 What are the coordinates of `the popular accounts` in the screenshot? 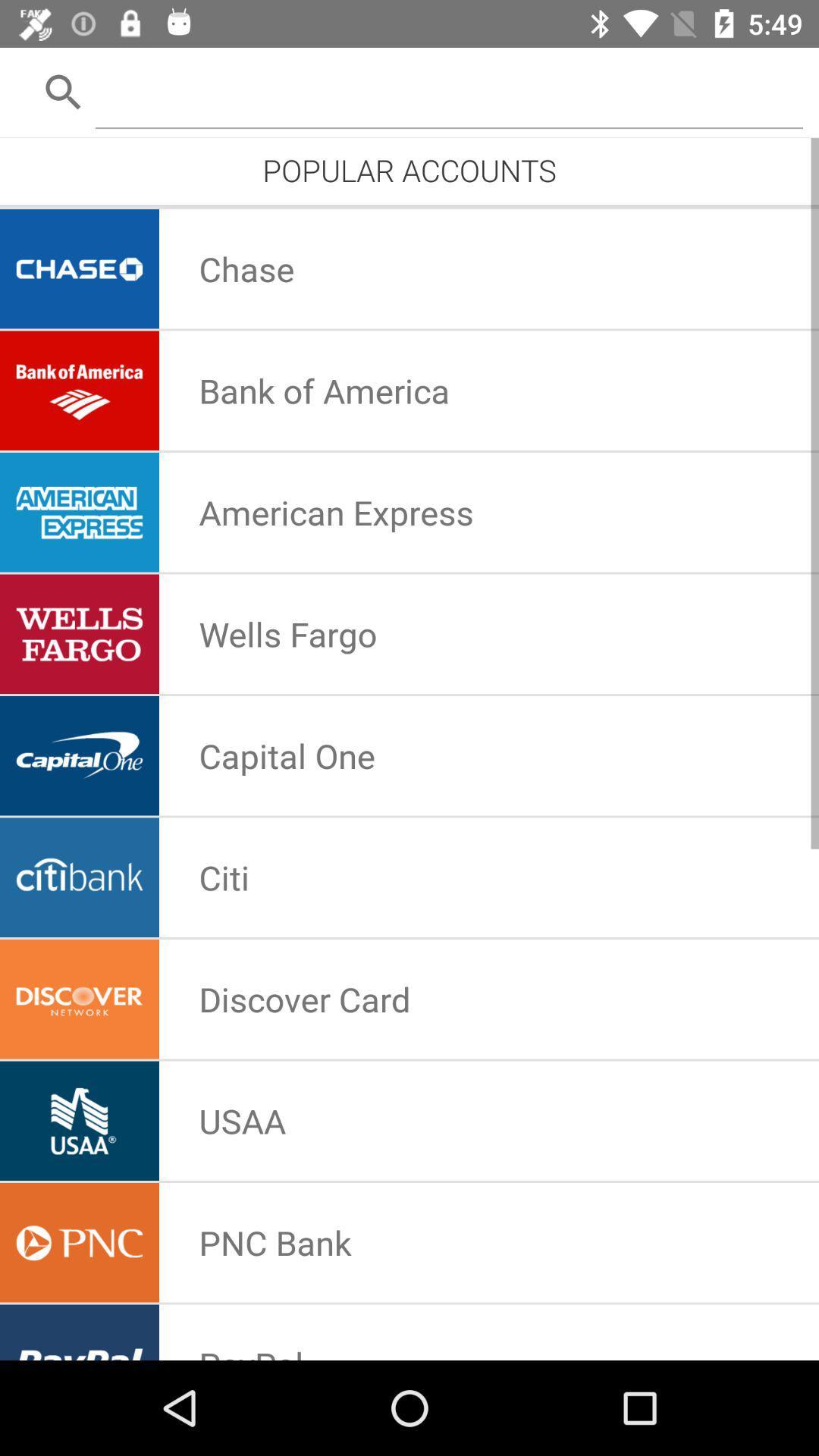 It's located at (409, 170).